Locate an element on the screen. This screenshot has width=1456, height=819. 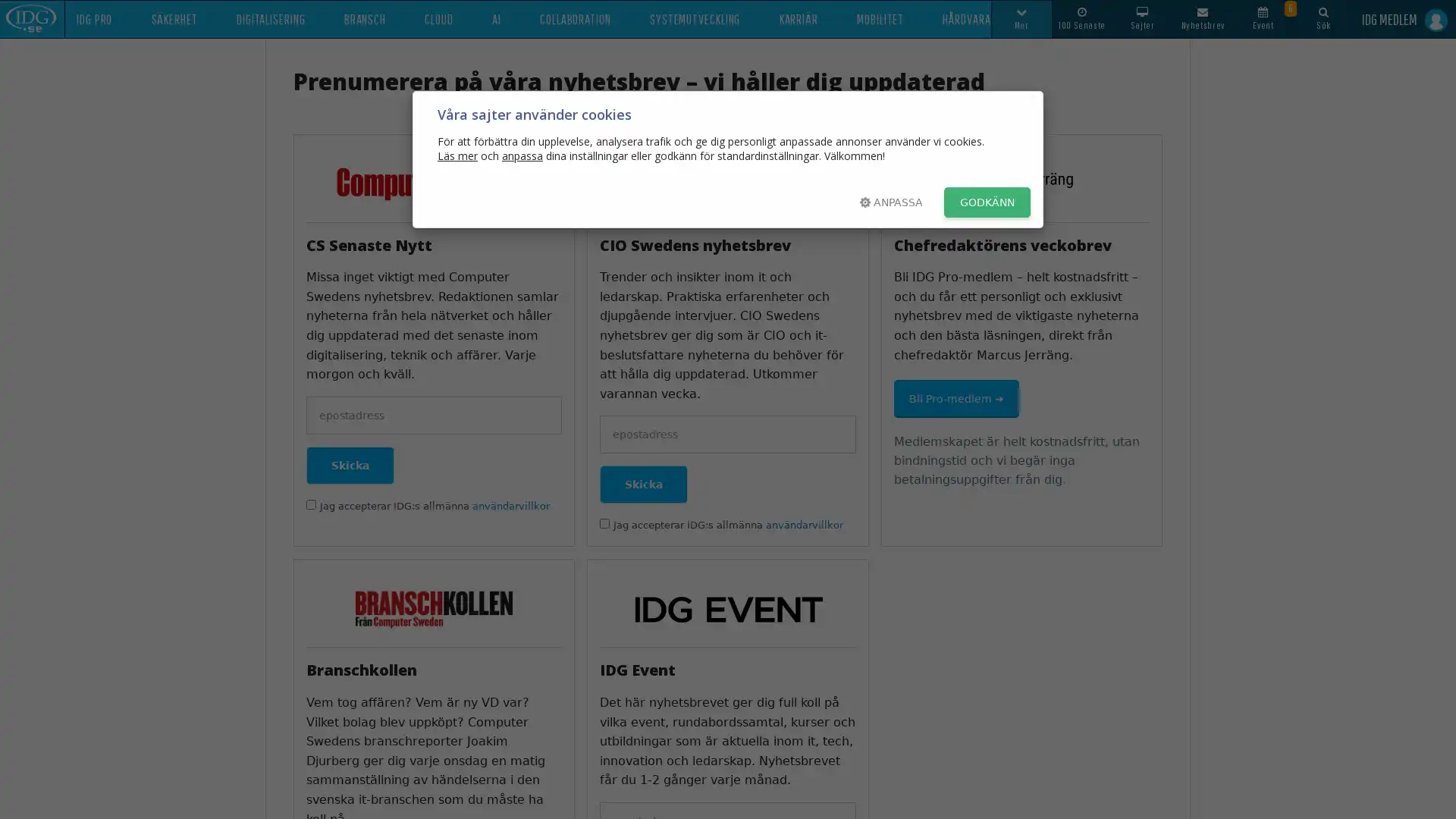
Skicka is located at coordinates (644, 485).